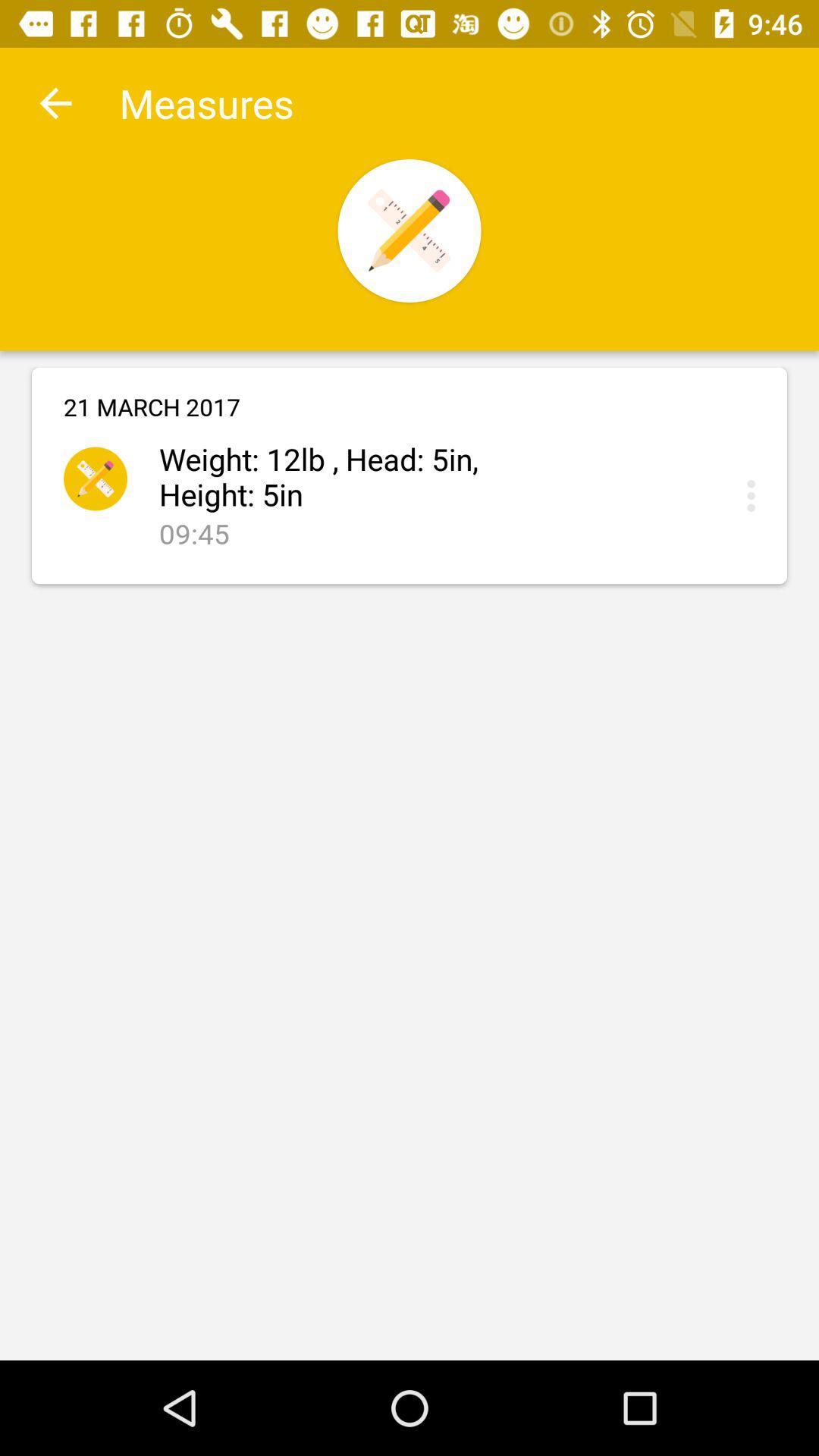  I want to click on edit, so click(755, 495).